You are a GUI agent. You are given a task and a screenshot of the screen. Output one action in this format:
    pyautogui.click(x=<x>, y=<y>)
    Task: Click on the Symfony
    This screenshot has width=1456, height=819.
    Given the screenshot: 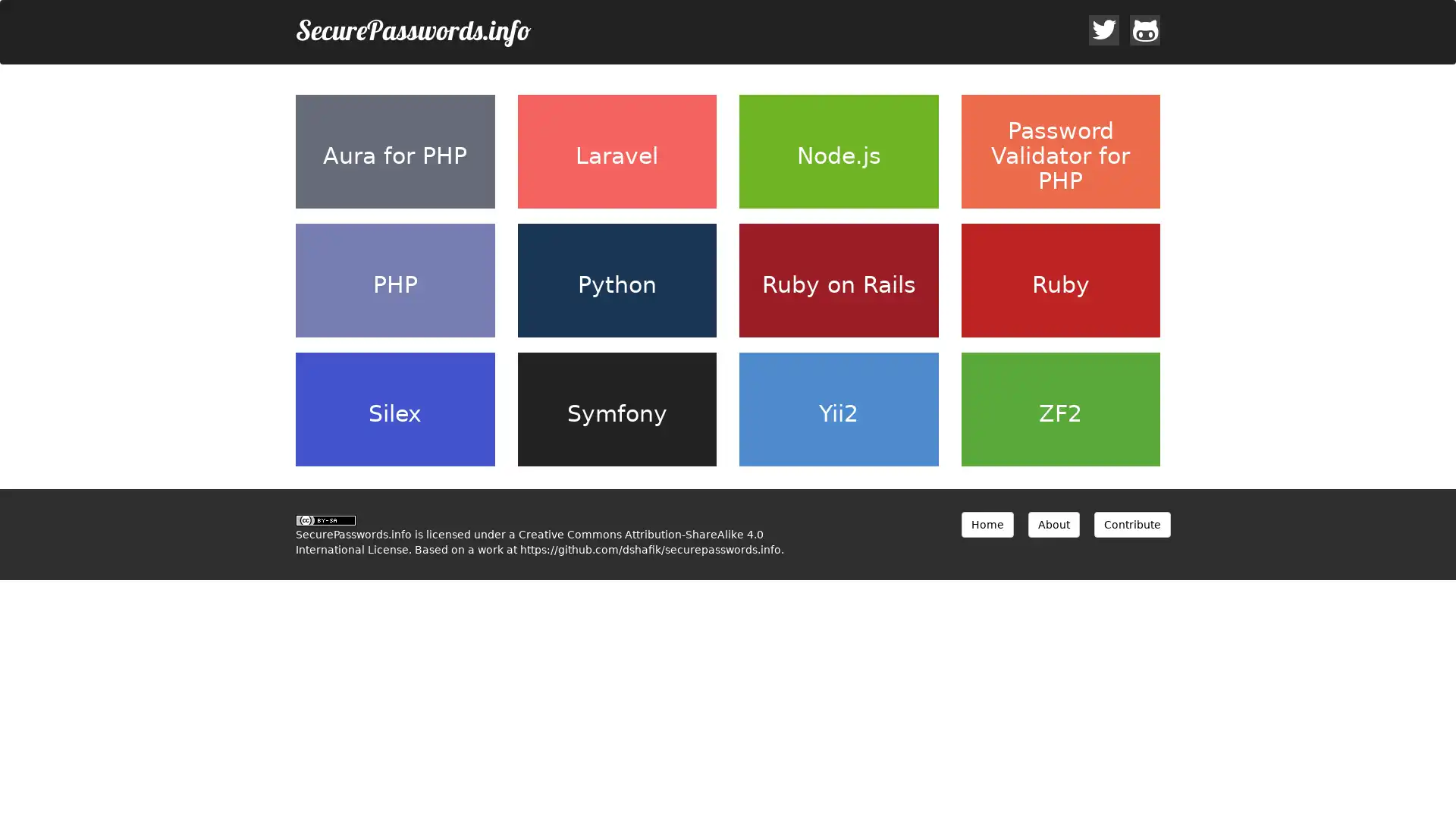 What is the action you would take?
    pyautogui.click(x=617, y=409)
    